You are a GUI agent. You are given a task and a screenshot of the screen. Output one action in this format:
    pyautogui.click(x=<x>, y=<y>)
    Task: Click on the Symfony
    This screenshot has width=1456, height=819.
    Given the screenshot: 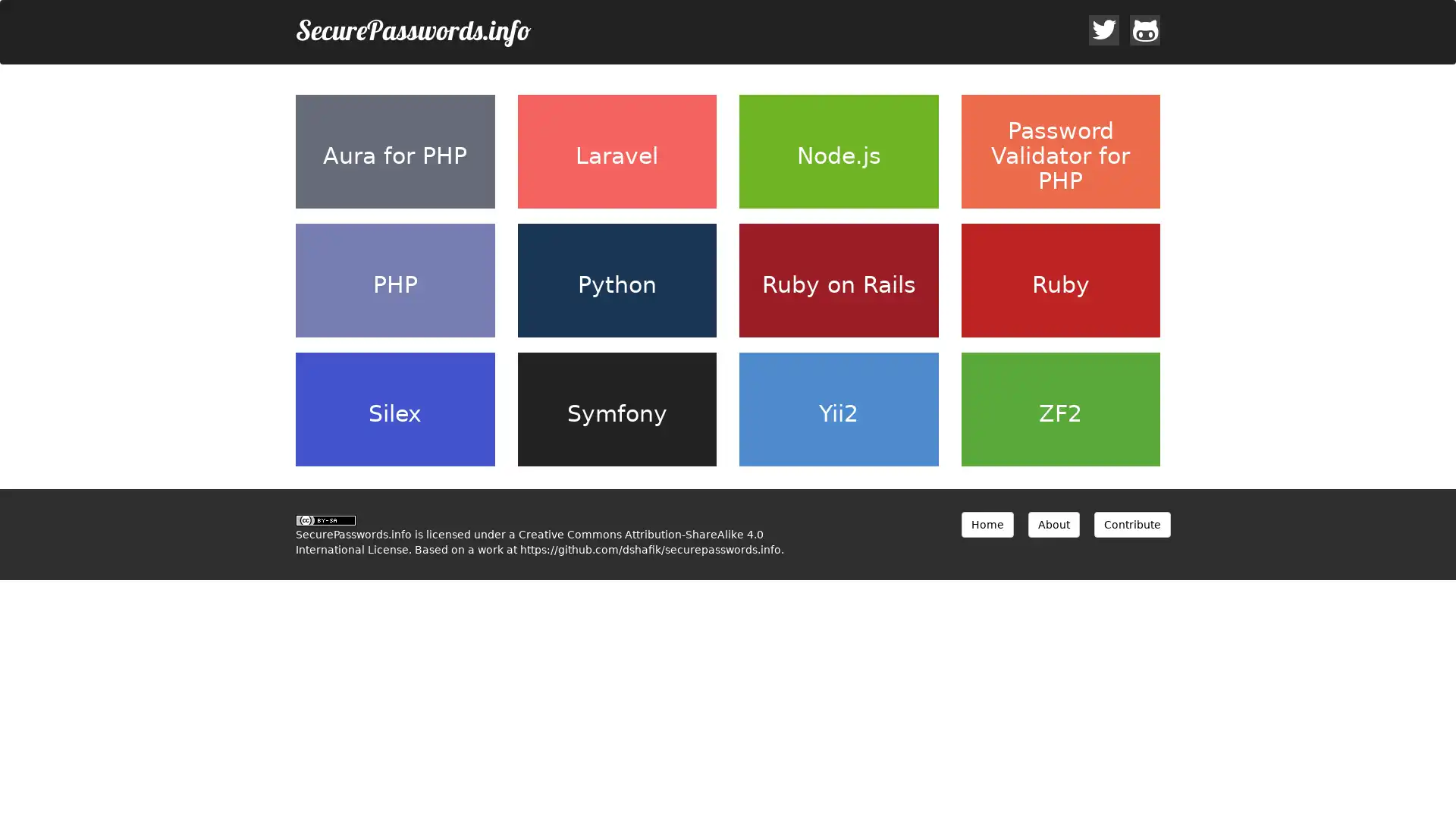 What is the action you would take?
    pyautogui.click(x=617, y=409)
    